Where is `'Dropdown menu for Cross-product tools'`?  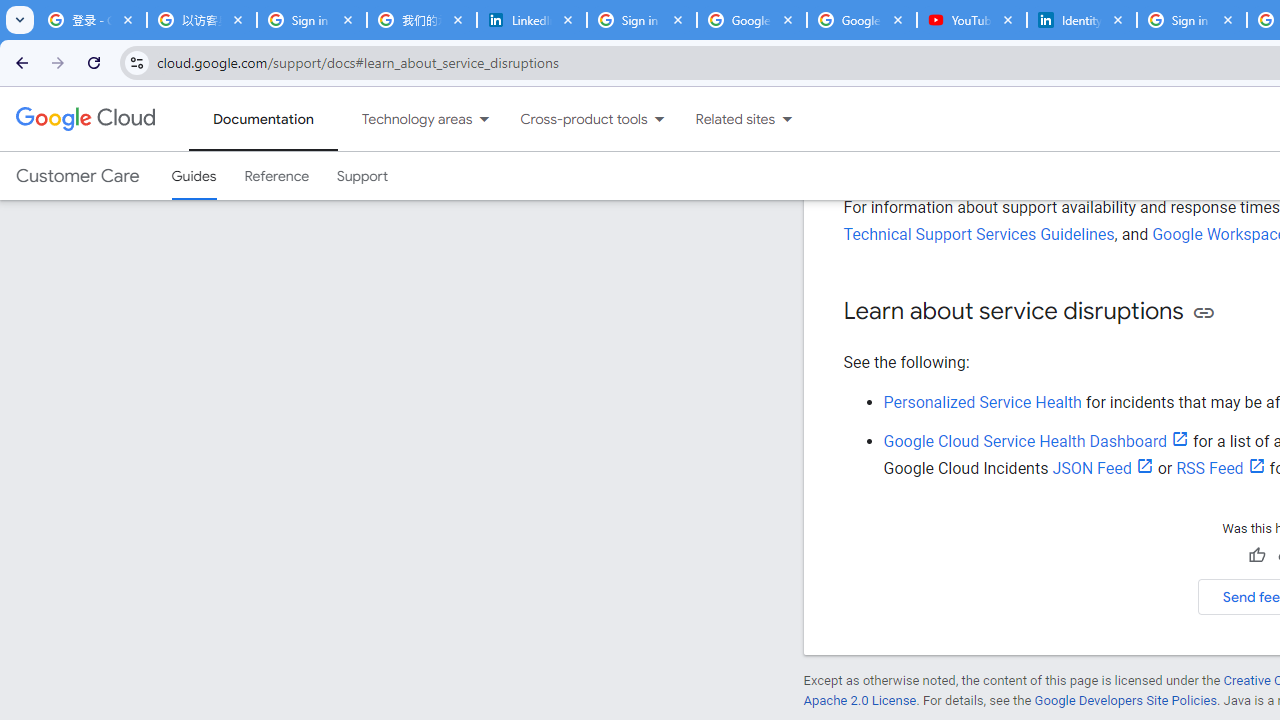
'Dropdown menu for Cross-product tools' is located at coordinates (659, 119).